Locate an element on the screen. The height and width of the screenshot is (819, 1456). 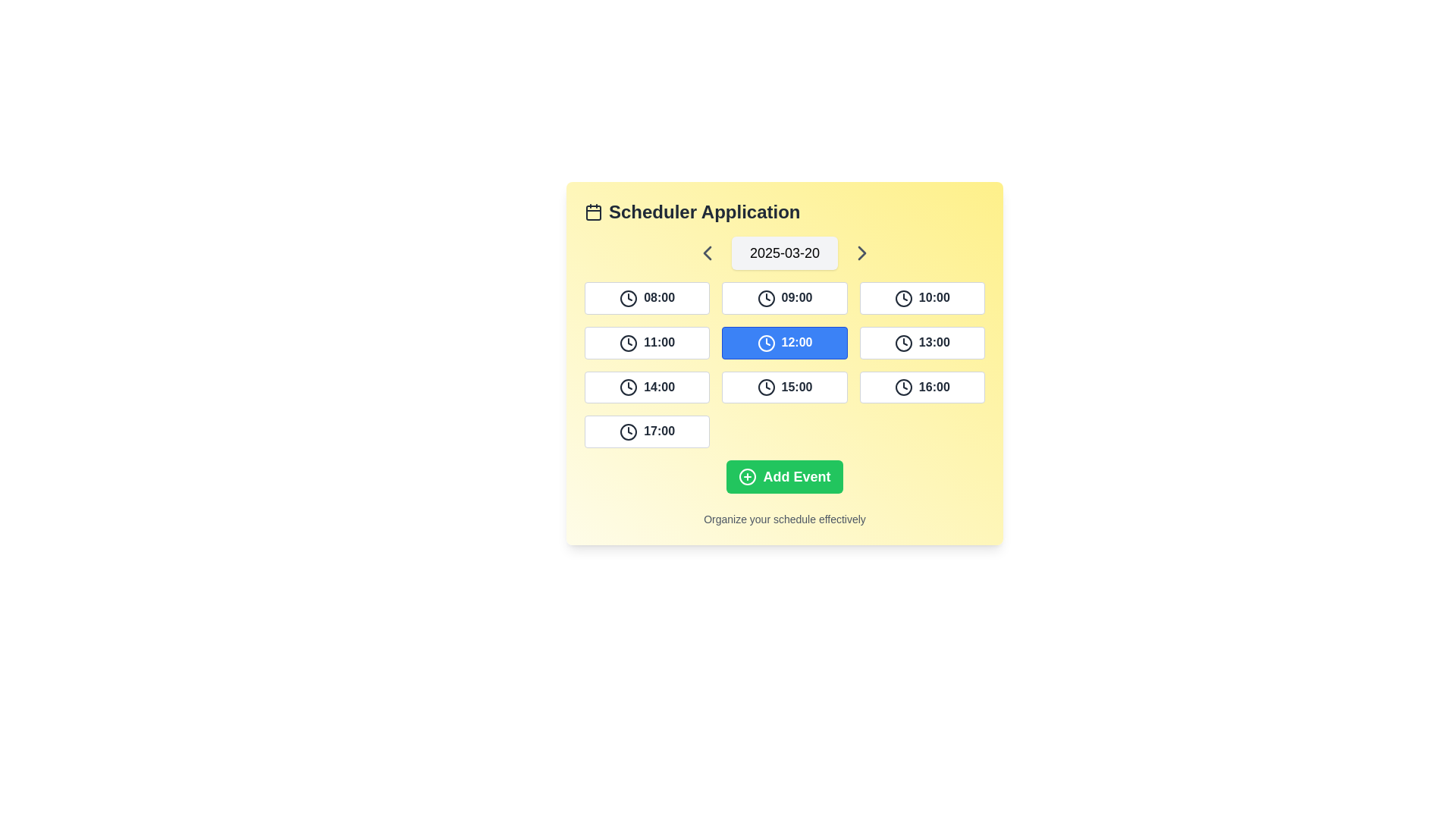
the 12:00 time slot button in the scheduler application is located at coordinates (785, 343).